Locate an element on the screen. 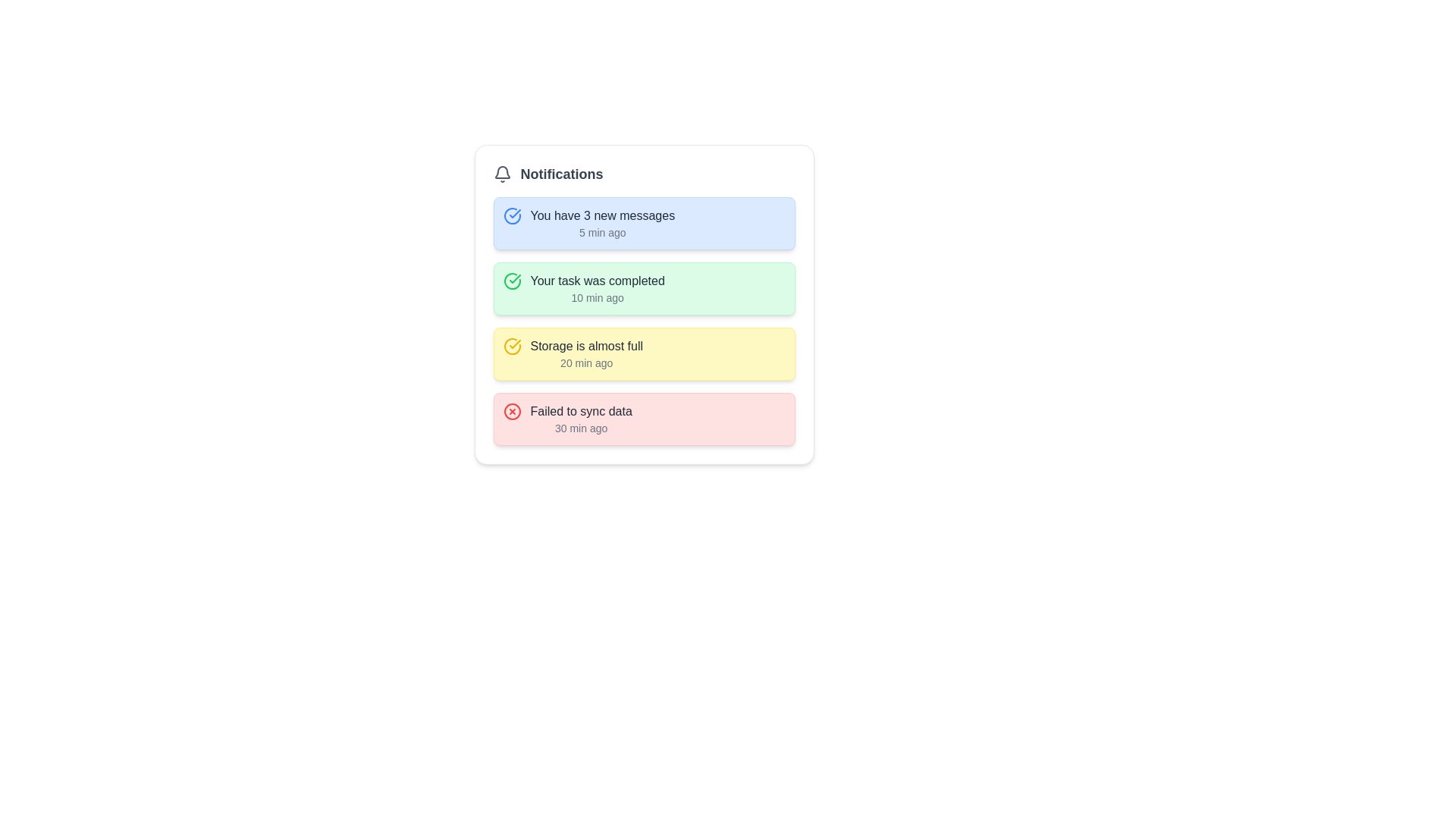 The image size is (1456, 819). the red circular icon indicating an error status located on the left side of the fourth notification card in the notifications panel is located at coordinates (512, 412).